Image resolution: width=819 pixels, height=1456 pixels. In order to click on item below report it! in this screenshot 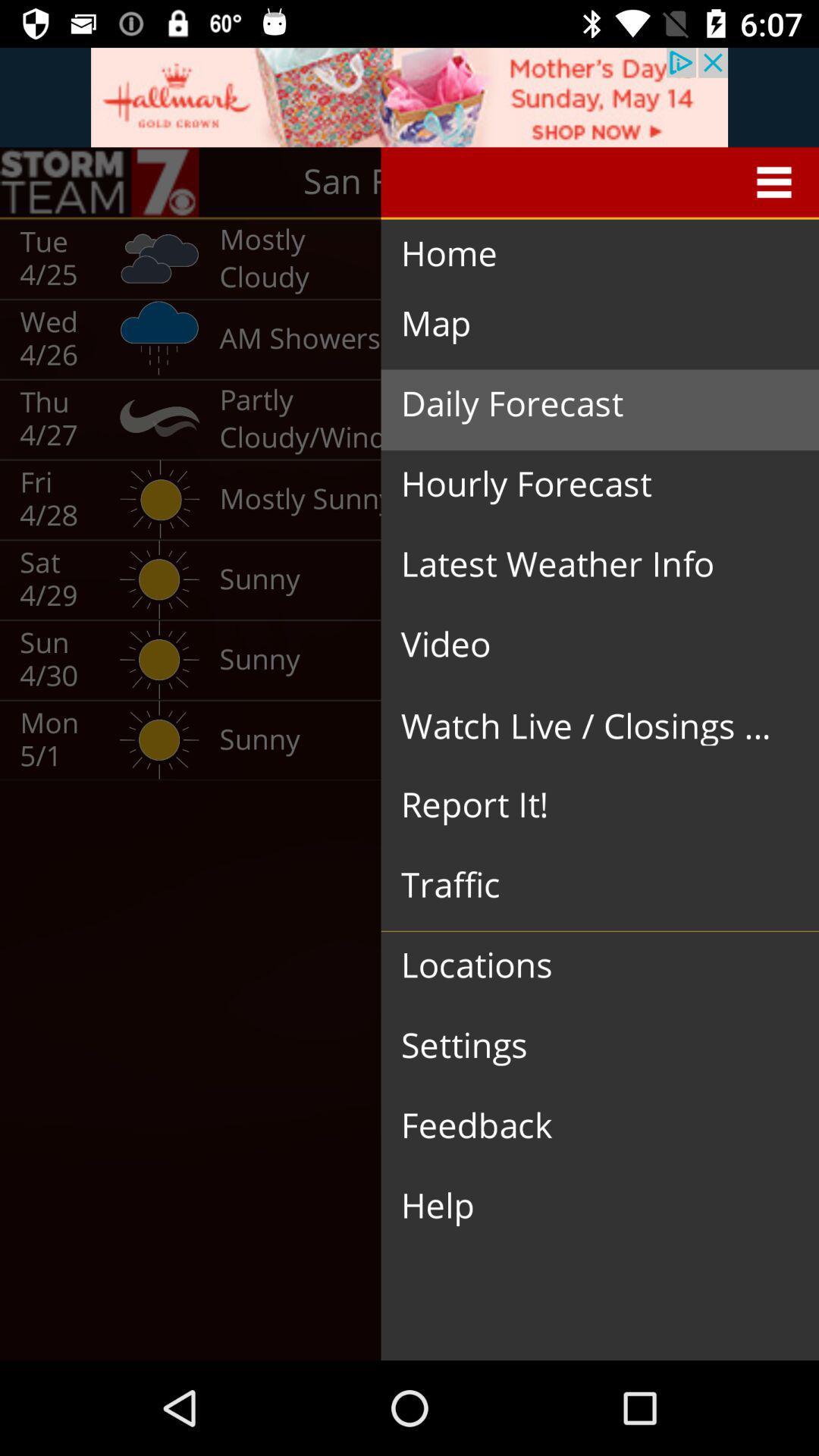, I will do `click(587, 886)`.